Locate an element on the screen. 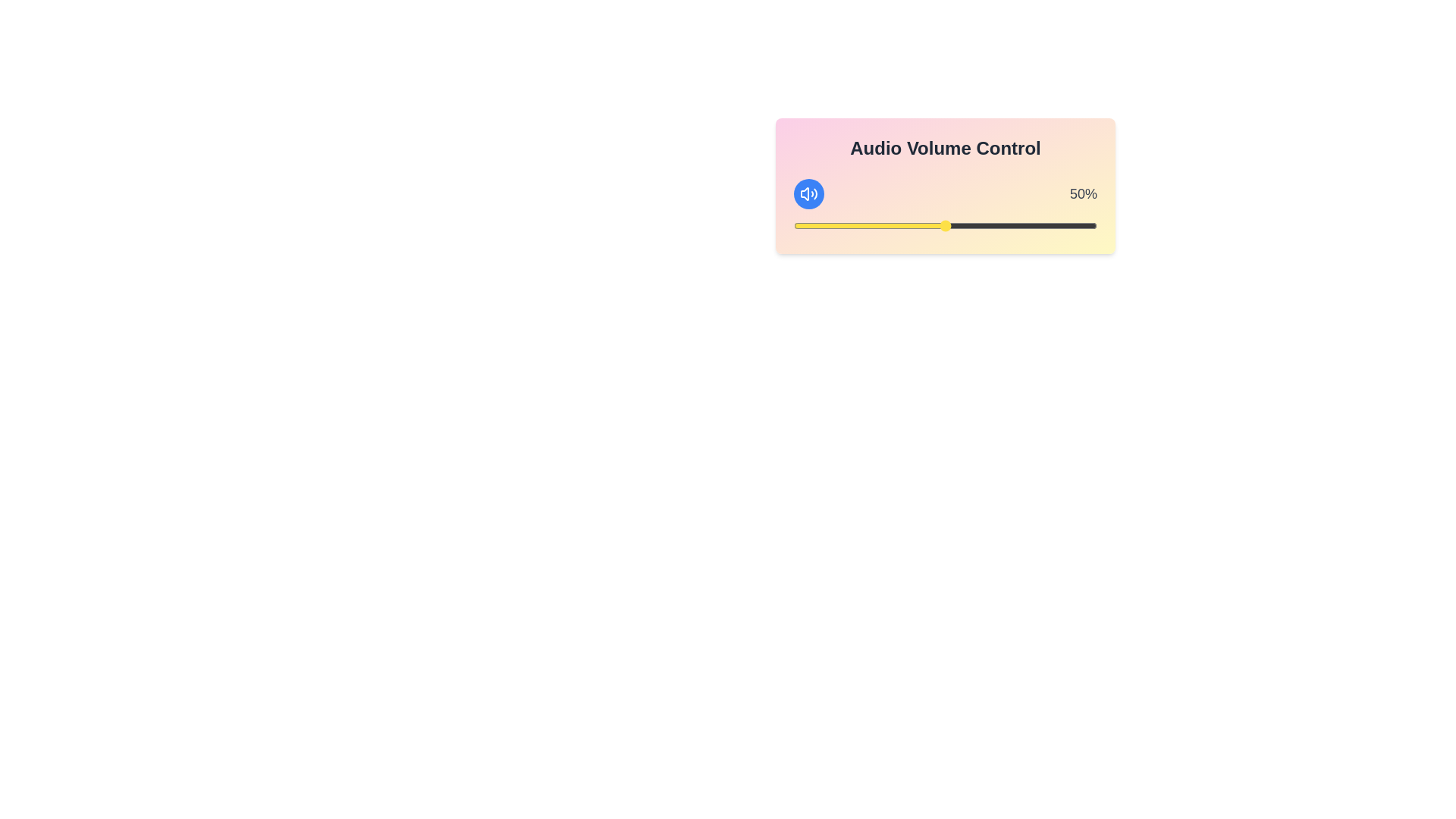  the volume to 6% by dragging the slider is located at coordinates (811, 225).